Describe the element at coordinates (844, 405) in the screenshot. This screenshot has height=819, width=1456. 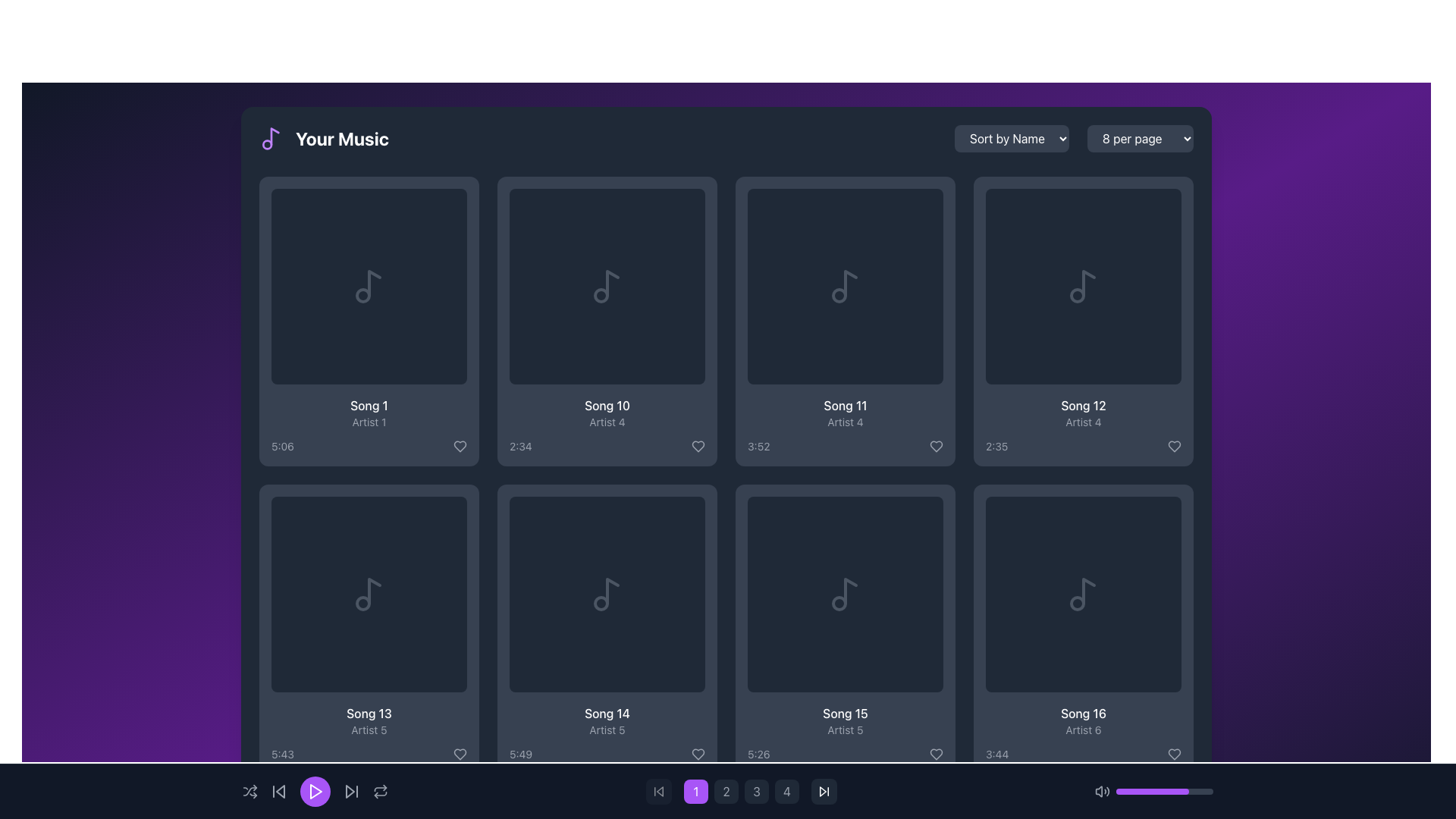
I see `the text label that serves as the title of the song on the third card in the first row, located below the album art and above the artist name 'Artist 4' and song duration '3:52'` at that location.